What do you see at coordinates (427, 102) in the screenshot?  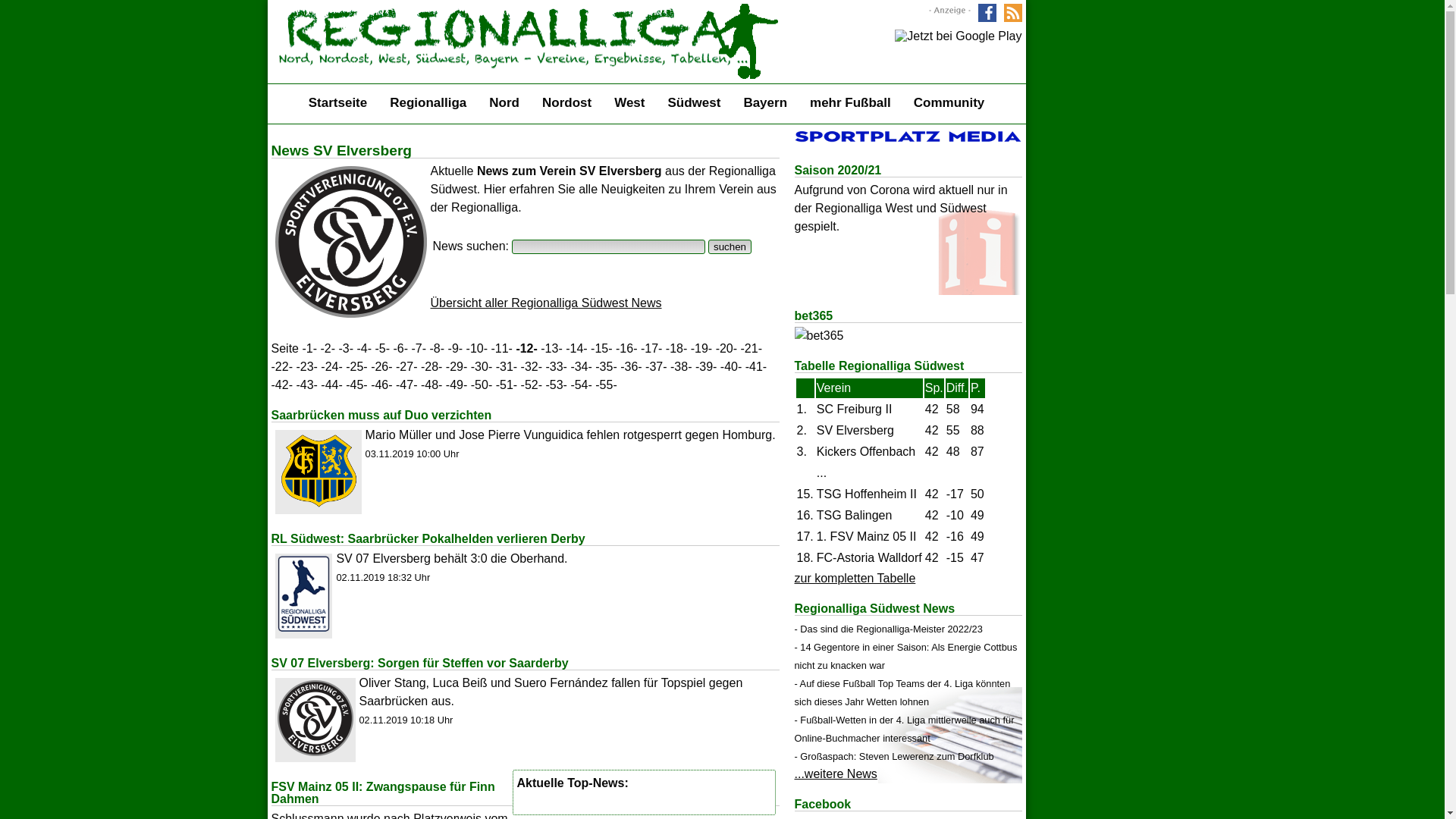 I see `'Regionalliga'` at bounding box center [427, 102].